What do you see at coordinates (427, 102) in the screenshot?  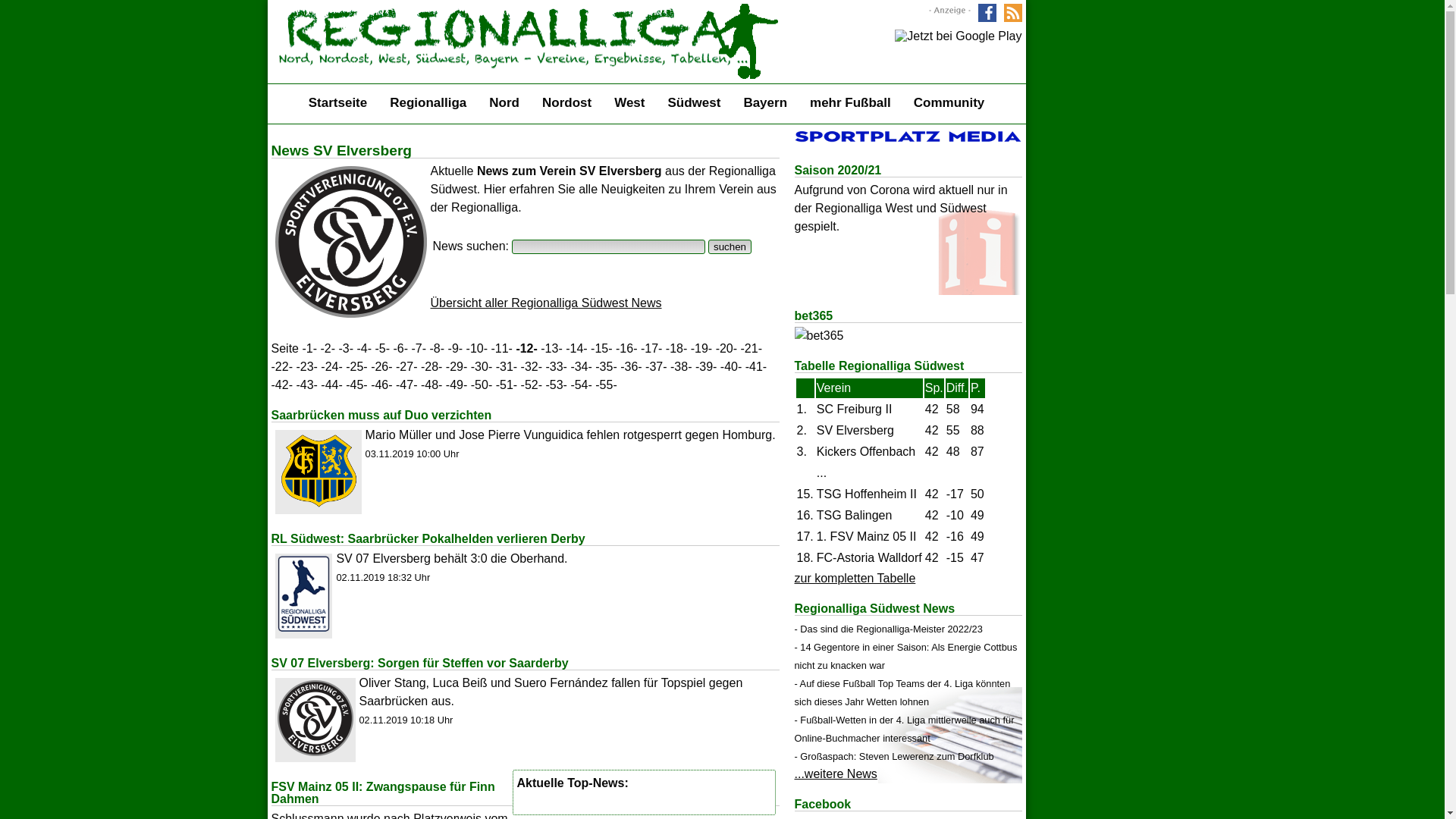 I see `'Regionalliga'` at bounding box center [427, 102].